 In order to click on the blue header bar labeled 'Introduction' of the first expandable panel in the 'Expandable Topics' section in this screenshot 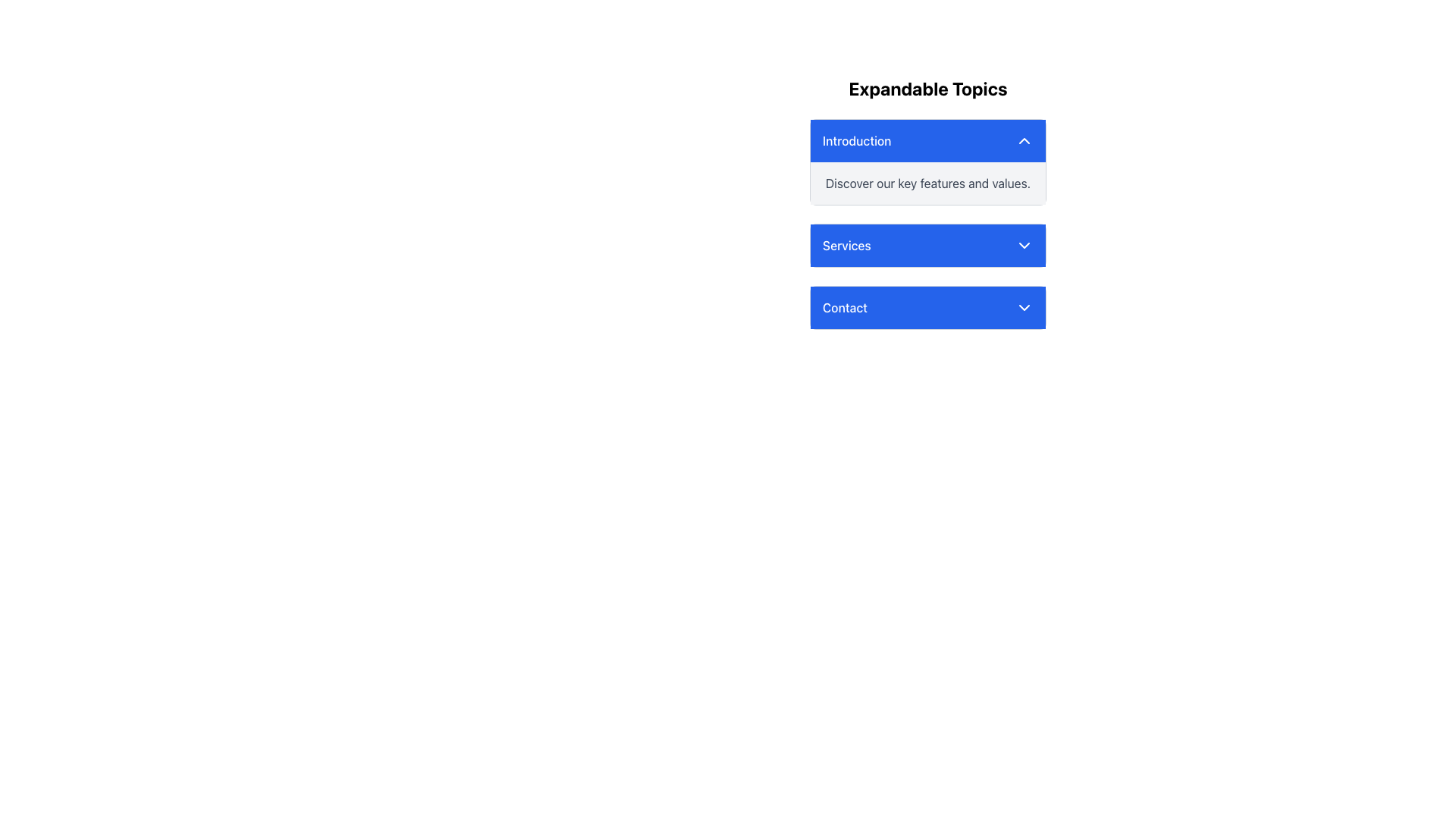, I will do `click(927, 162)`.